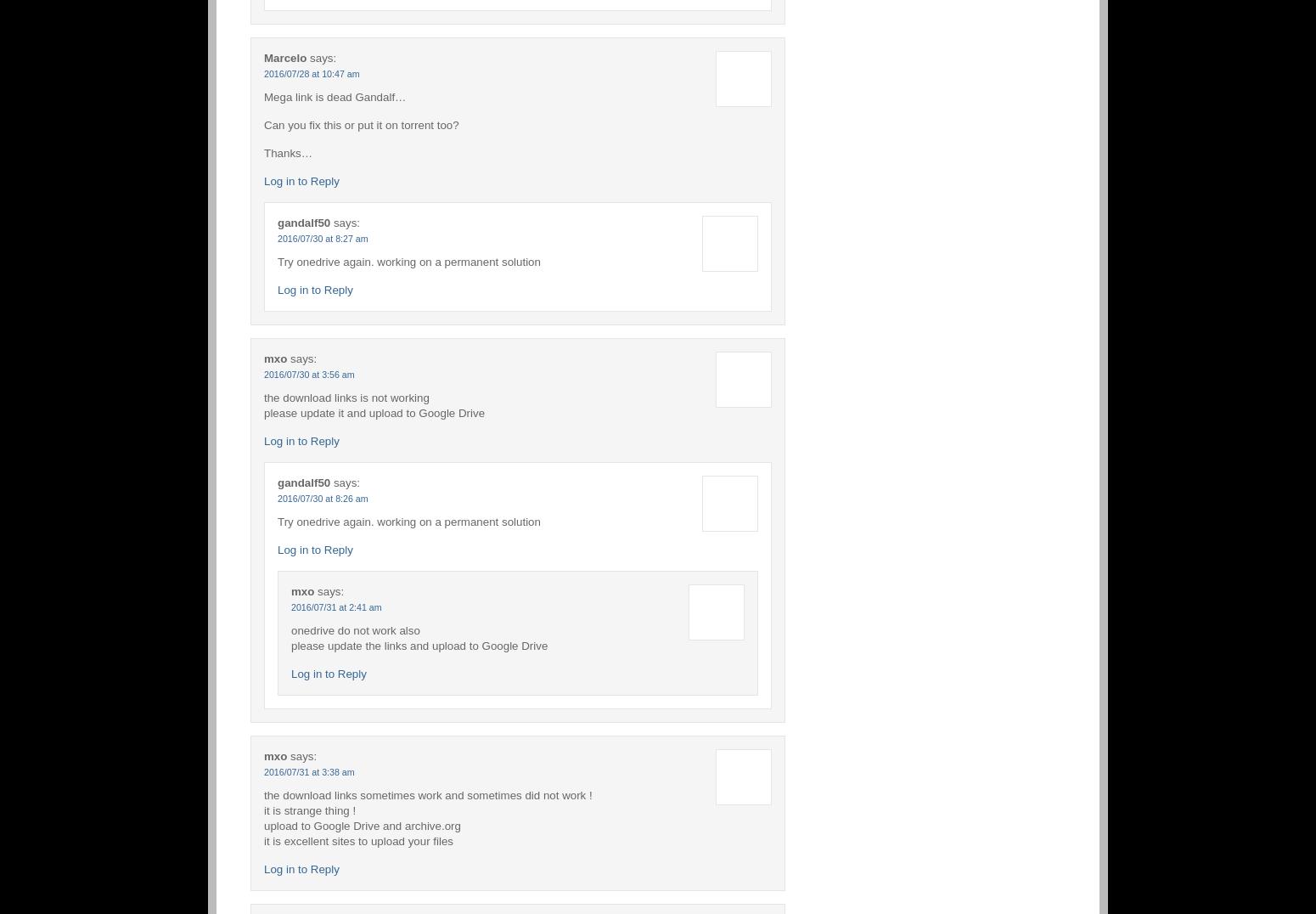  What do you see at coordinates (307, 373) in the screenshot?
I see `'2016/07/30 at 3:56 am'` at bounding box center [307, 373].